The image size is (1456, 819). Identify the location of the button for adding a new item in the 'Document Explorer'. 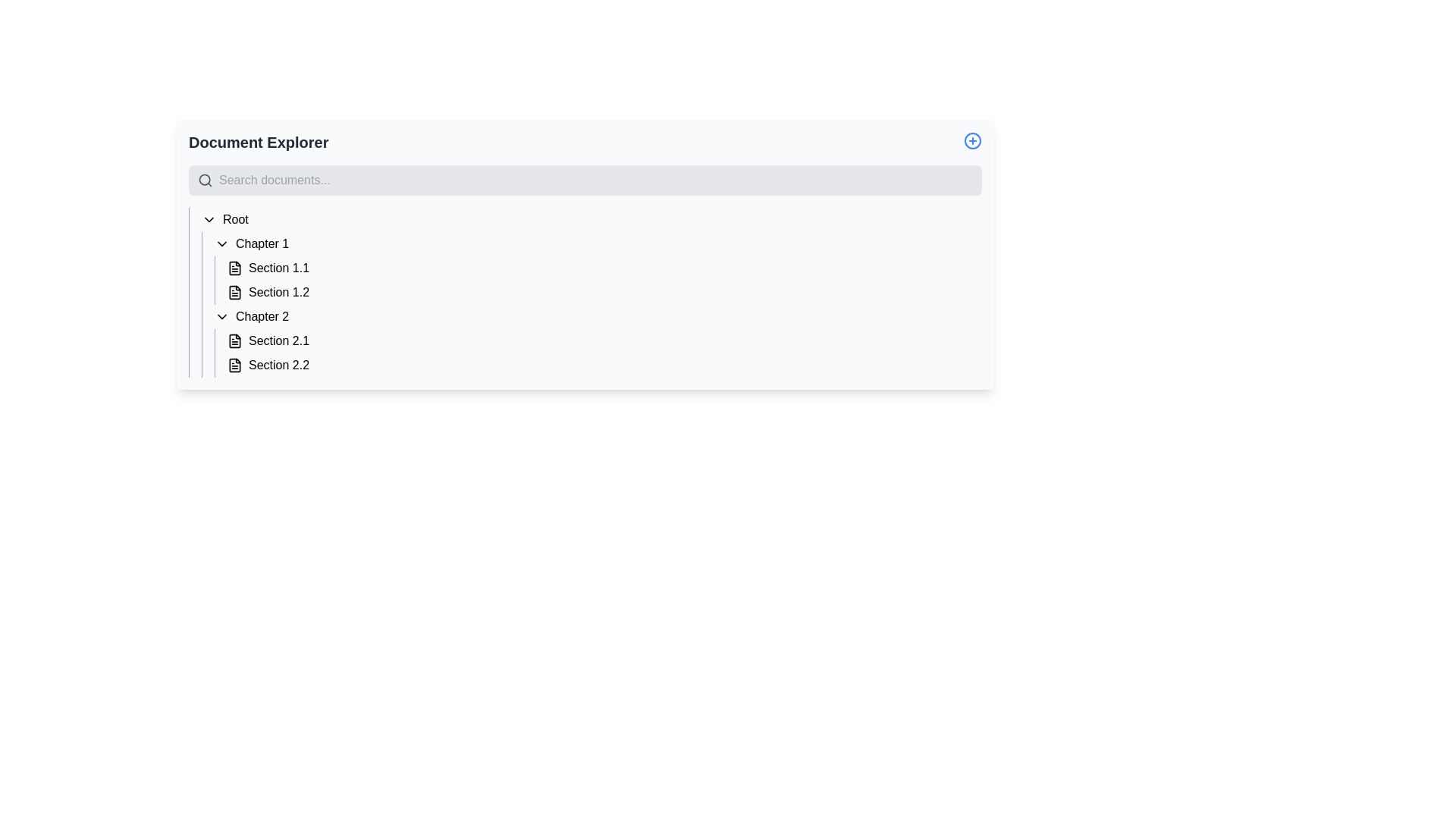
(972, 140).